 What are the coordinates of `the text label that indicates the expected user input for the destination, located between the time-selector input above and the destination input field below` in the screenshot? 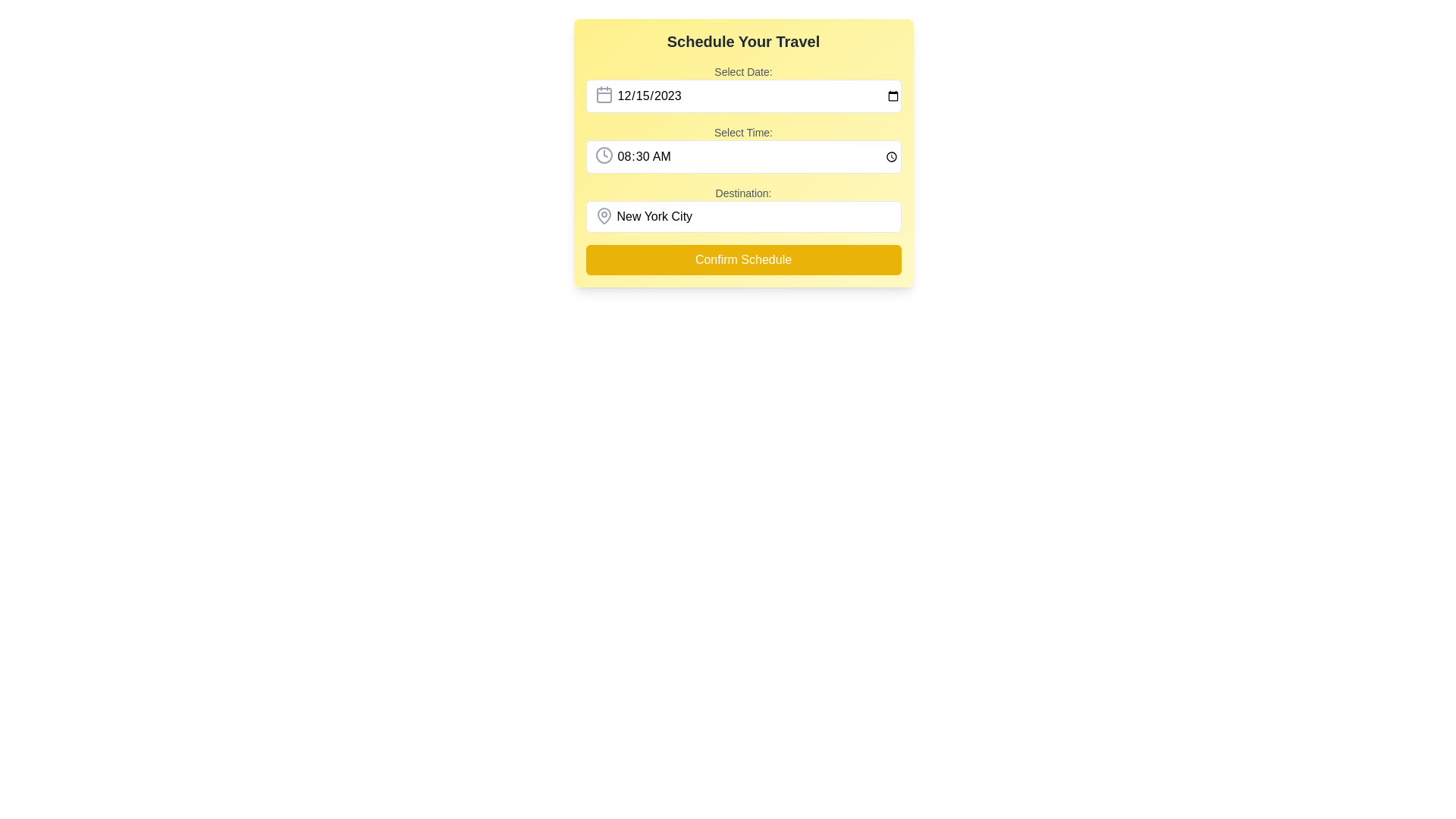 It's located at (743, 192).